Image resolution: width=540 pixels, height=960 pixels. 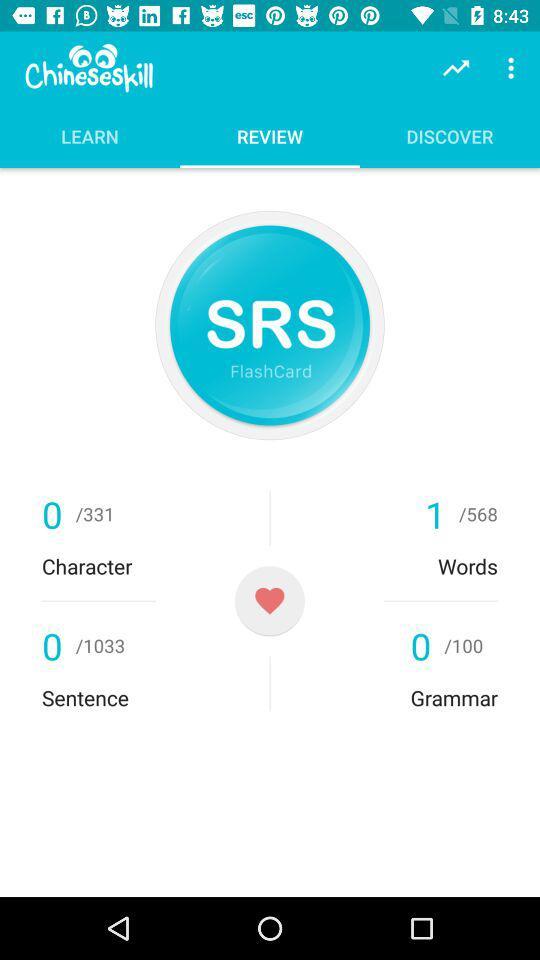 What do you see at coordinates (270, 325) in the screenshot?
I see `click for flashcard` at bounding box center [270, 325].